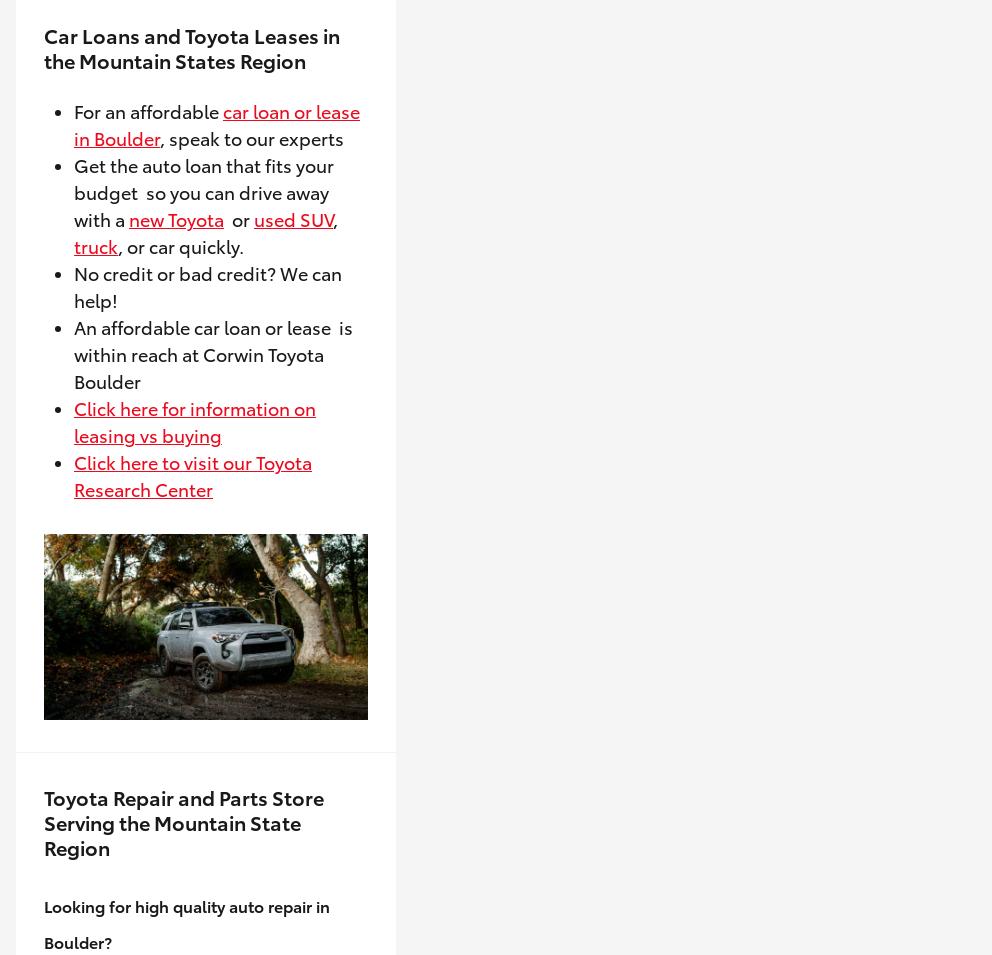 The image size is (992, 955). I want to click on 'Toyota Repair and Parts Store Serving the Mountain State Region', so click(44, 821).